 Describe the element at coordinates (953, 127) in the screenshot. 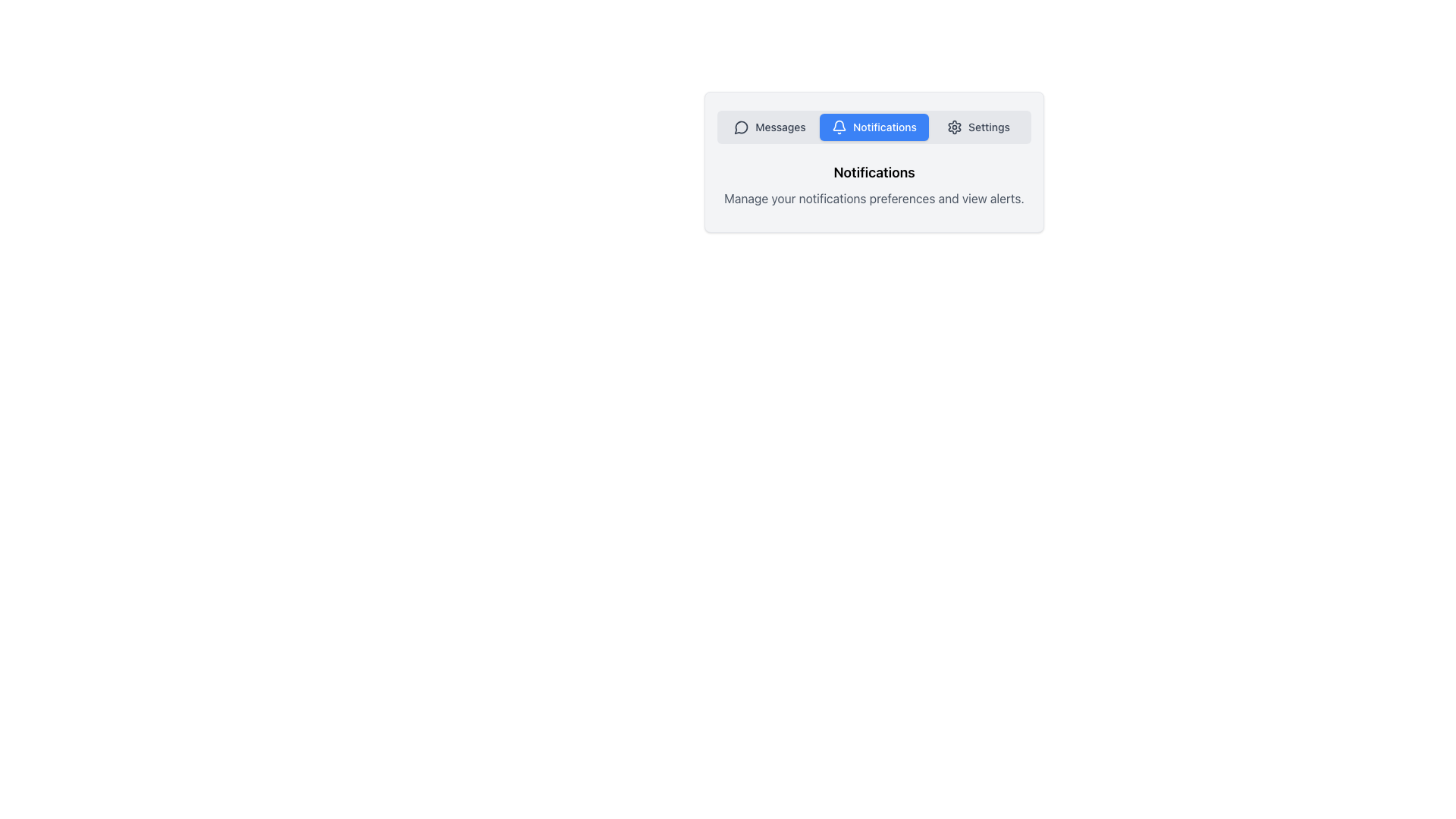

I see `the 'Settings' icon located on the rightmost position of the horizontal menu bar at the top of the interface` at that location.